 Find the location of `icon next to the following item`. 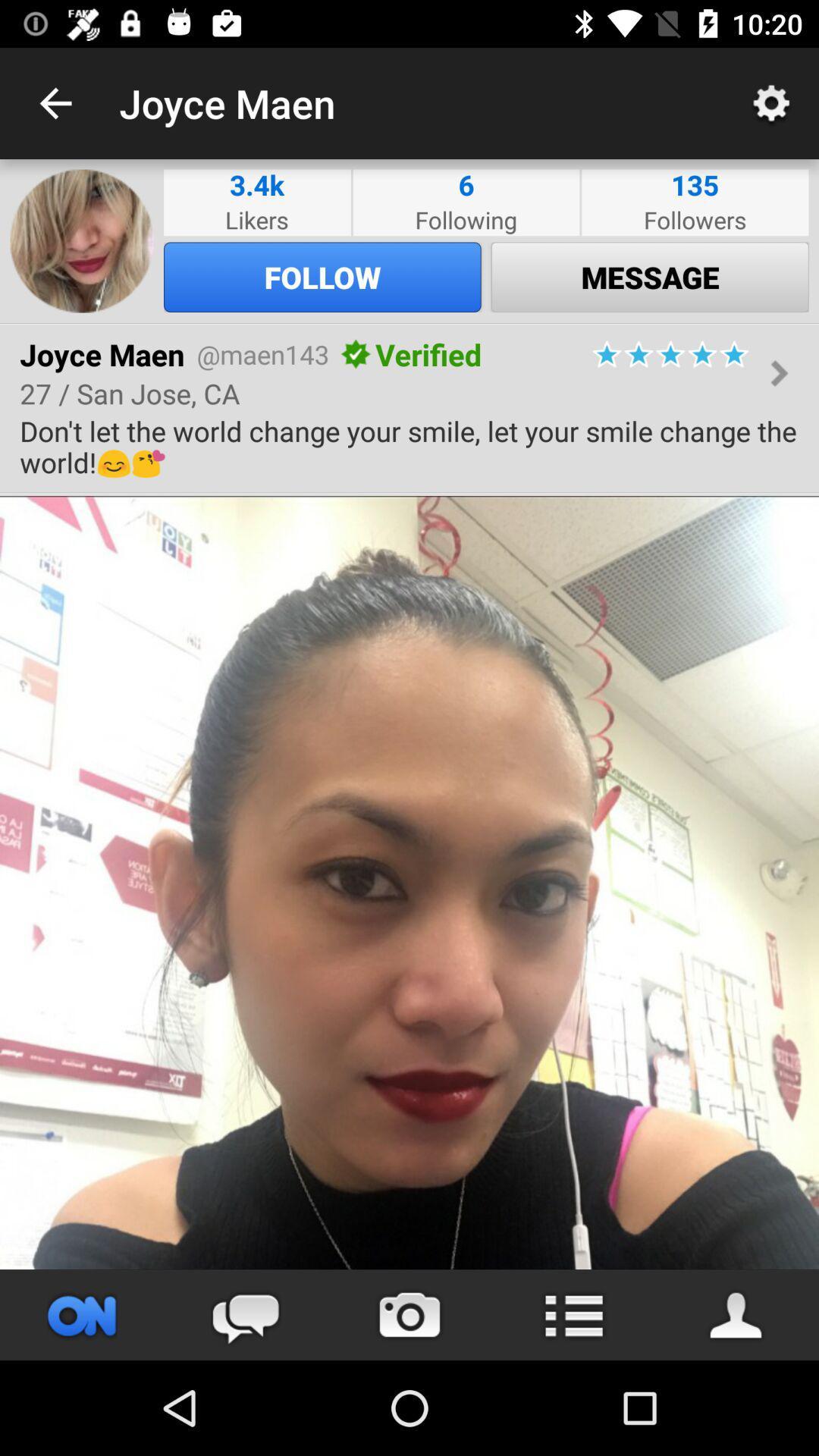

icon next to the following item is located at coordinates (256, 184).